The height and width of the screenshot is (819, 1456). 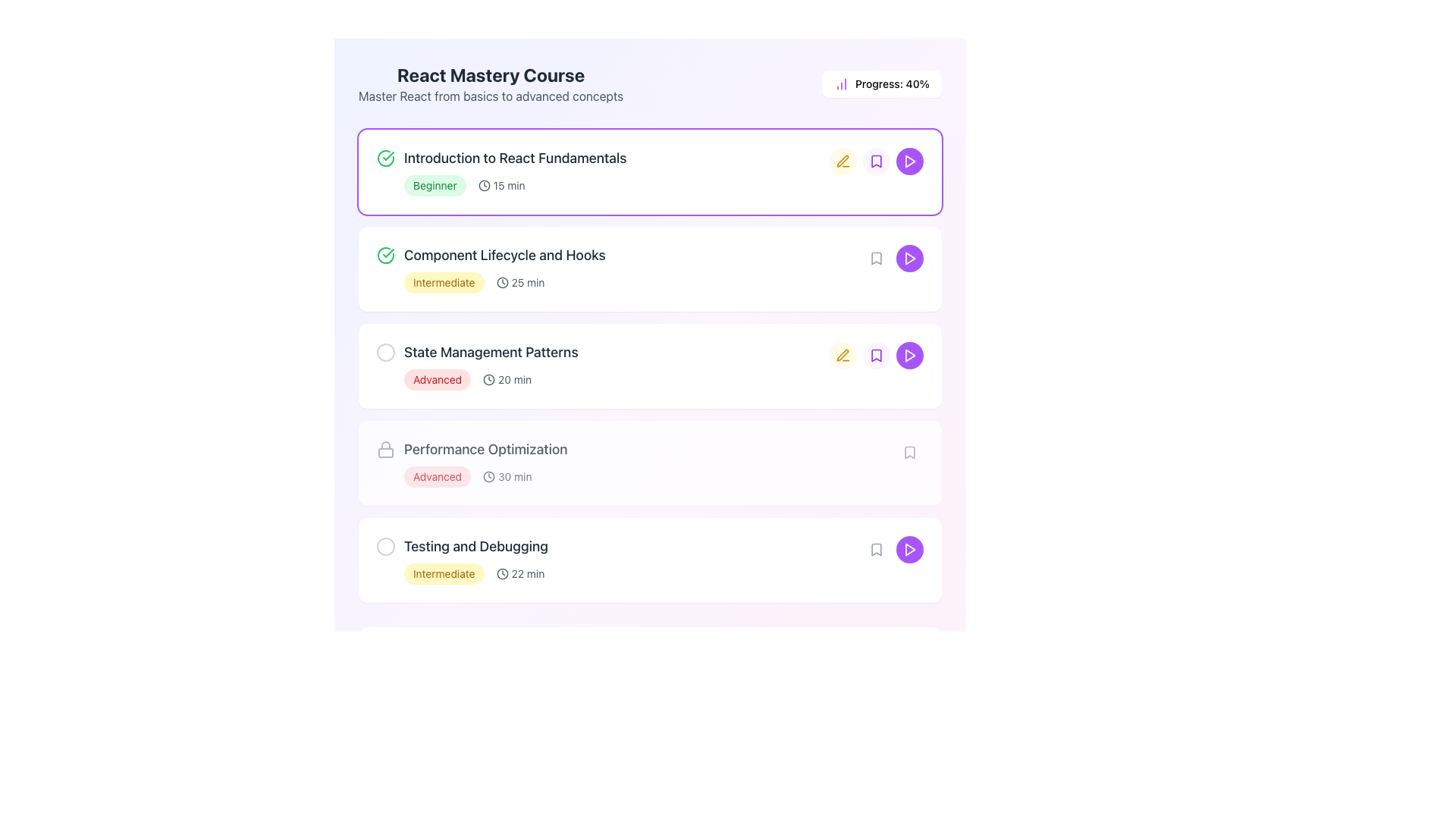 I want to click on information displayed in the Status indicator located in the top-right corner of the course progress overview section, which shows 'Progress: 40%' next to a purple histogram icon, so click(x=881, y=84).